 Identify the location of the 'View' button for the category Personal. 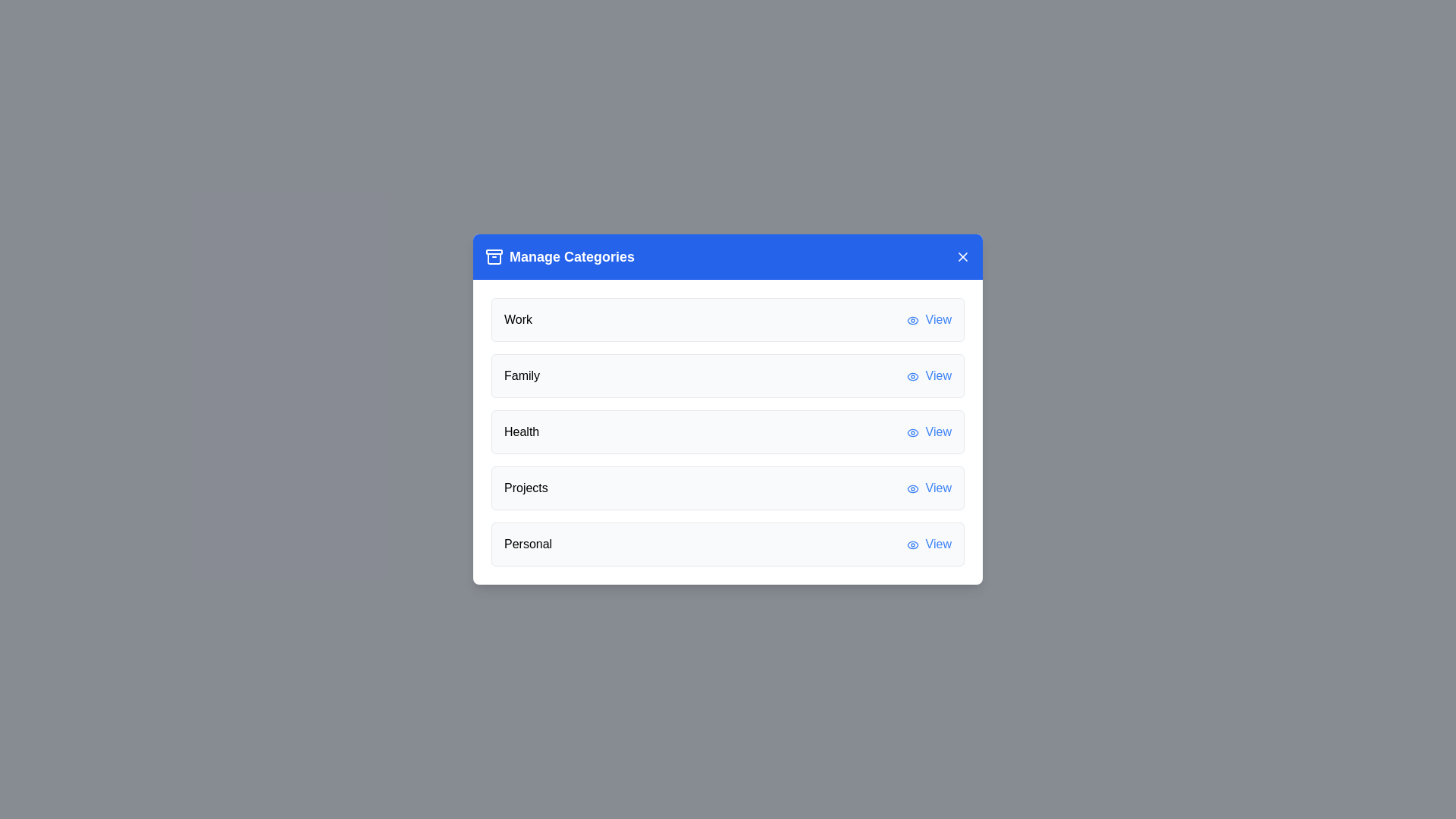
(928, 543).